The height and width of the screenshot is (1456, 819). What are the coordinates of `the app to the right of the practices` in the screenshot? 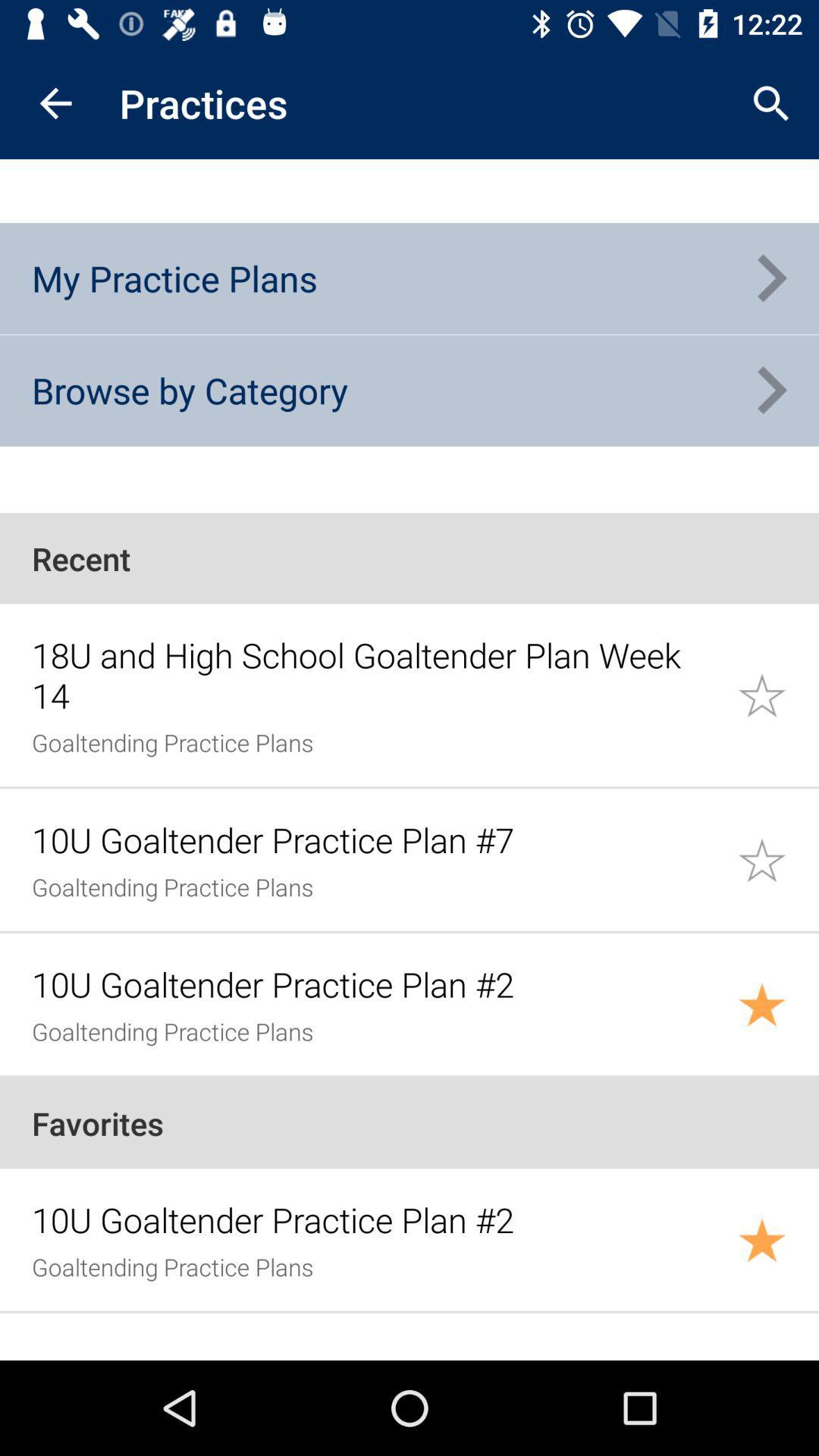 It's located at (771, 102).